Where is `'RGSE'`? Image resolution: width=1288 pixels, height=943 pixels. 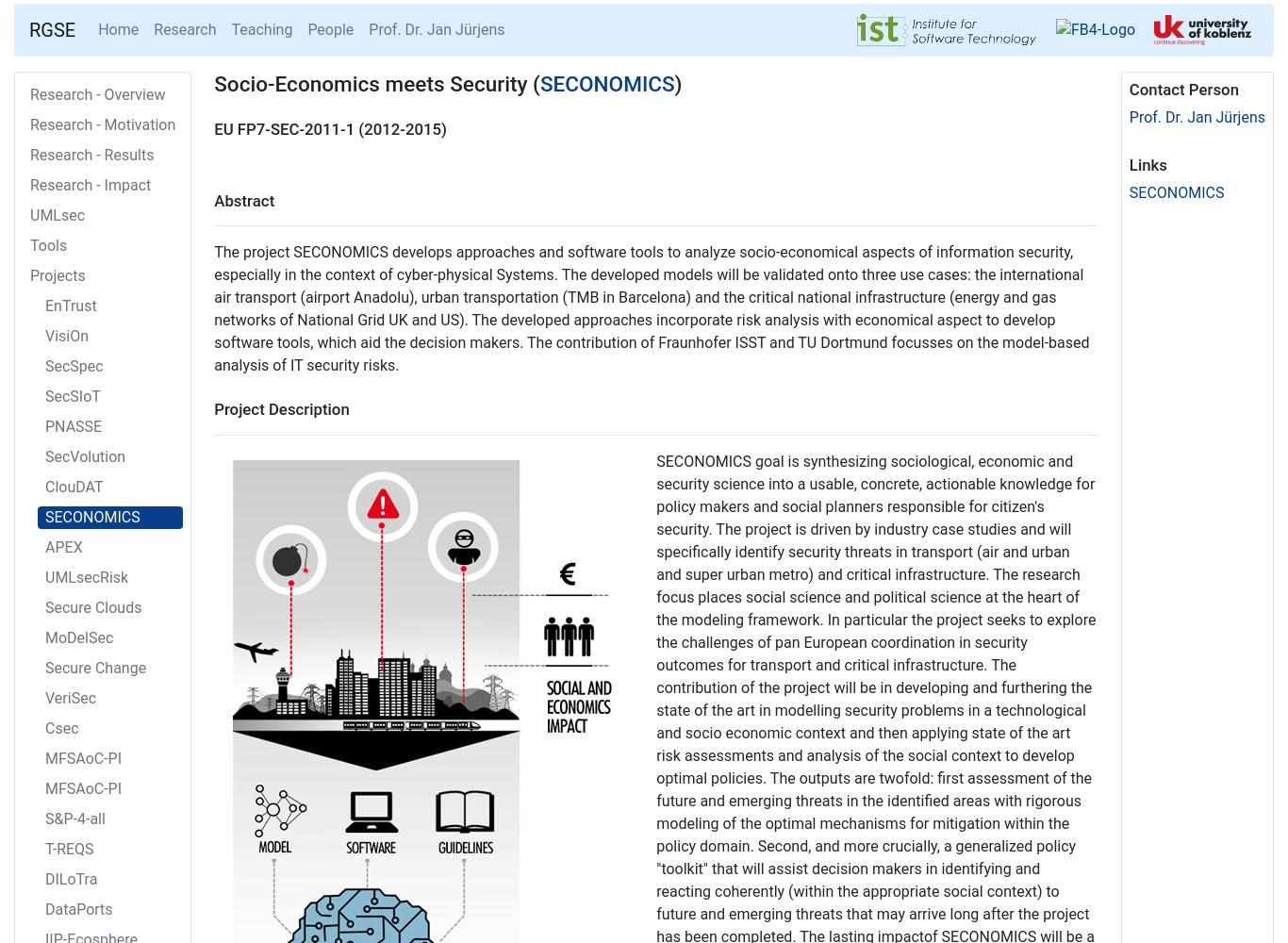 'RGSE' is located at coordinates (52, 30).